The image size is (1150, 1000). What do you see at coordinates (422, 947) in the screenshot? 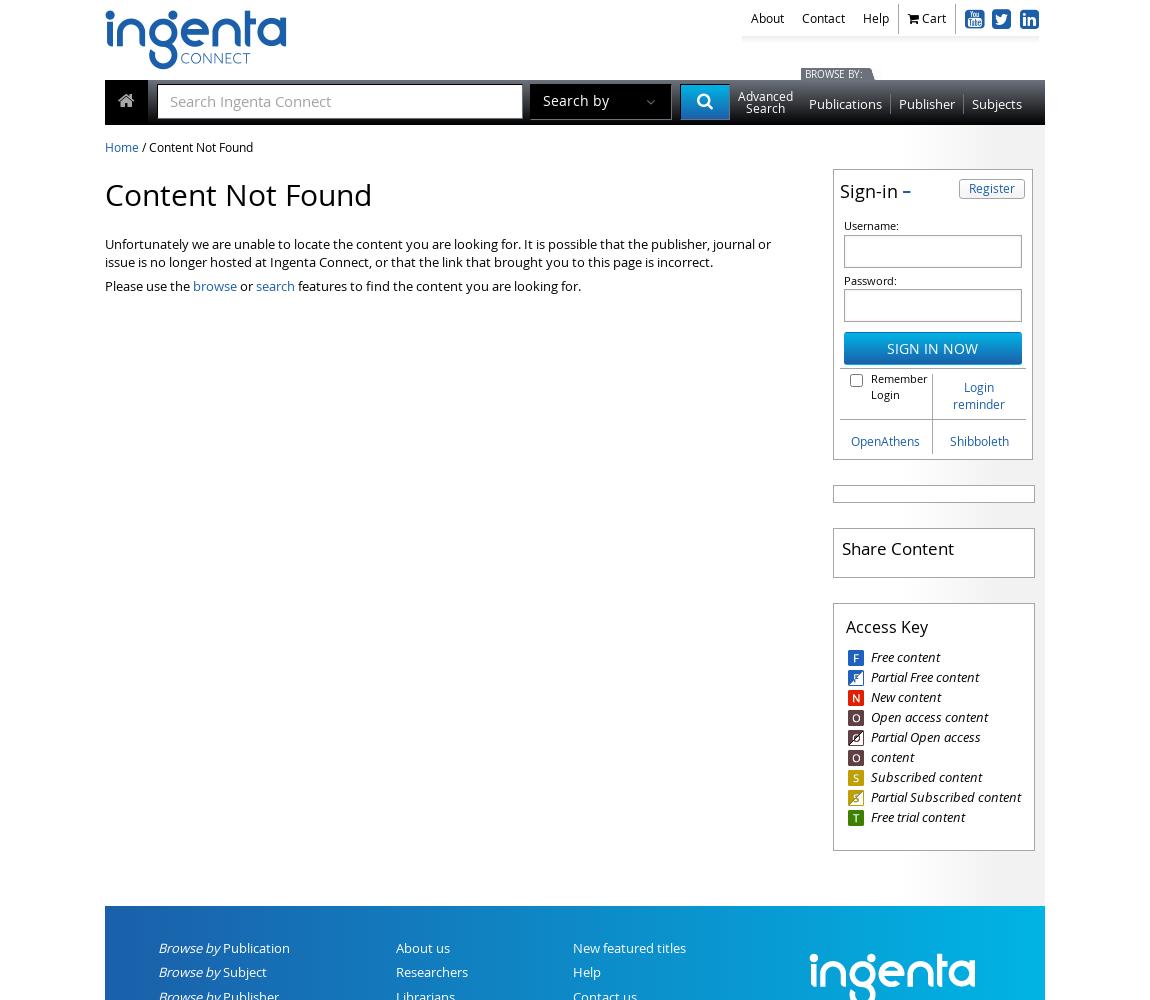
I see `'About us'` at bounding box center [422, 947].